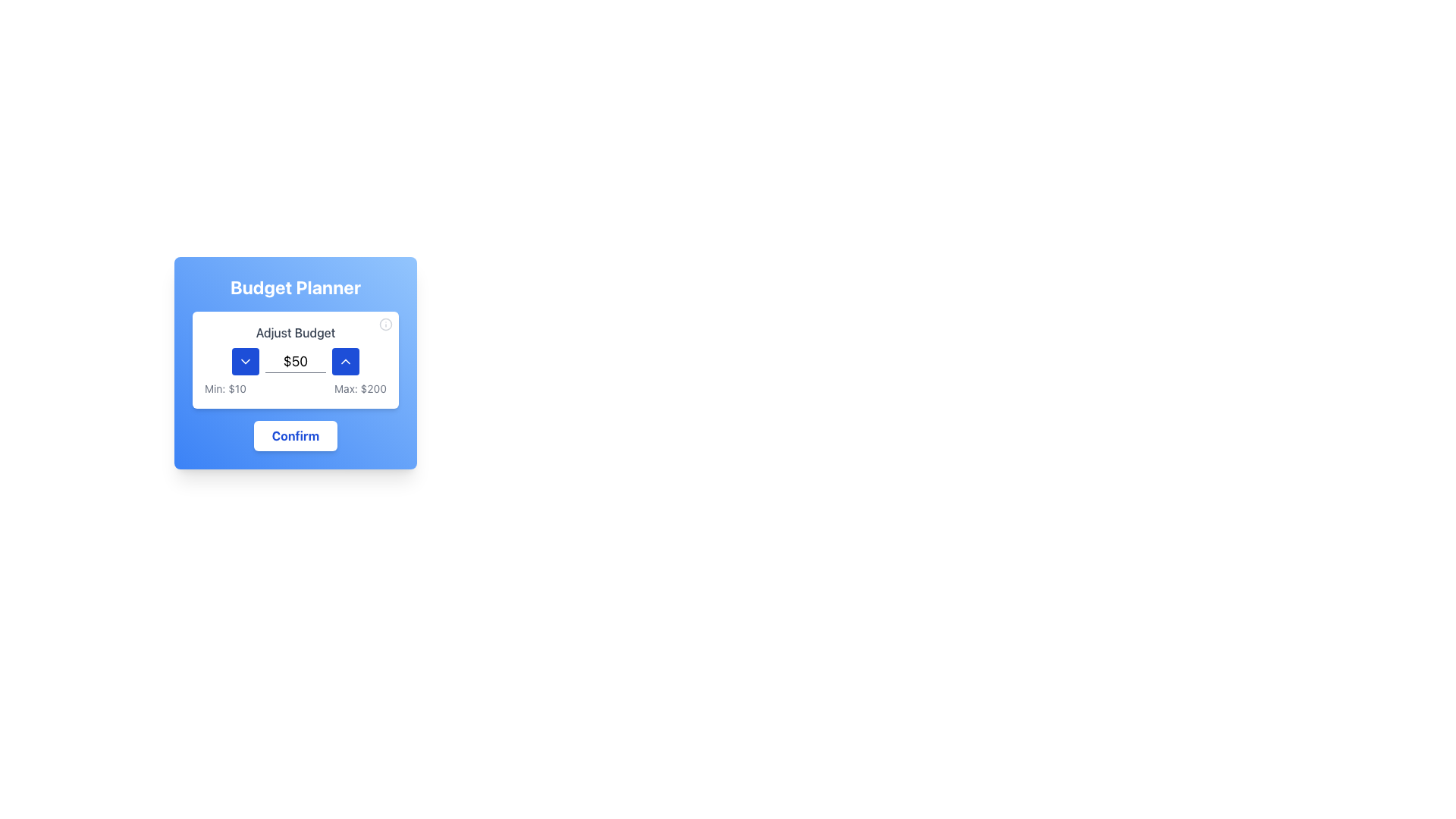  I want to click on the informative icon located in the top-right corner of the 'Adjust Budget' section, so click(385, 324).